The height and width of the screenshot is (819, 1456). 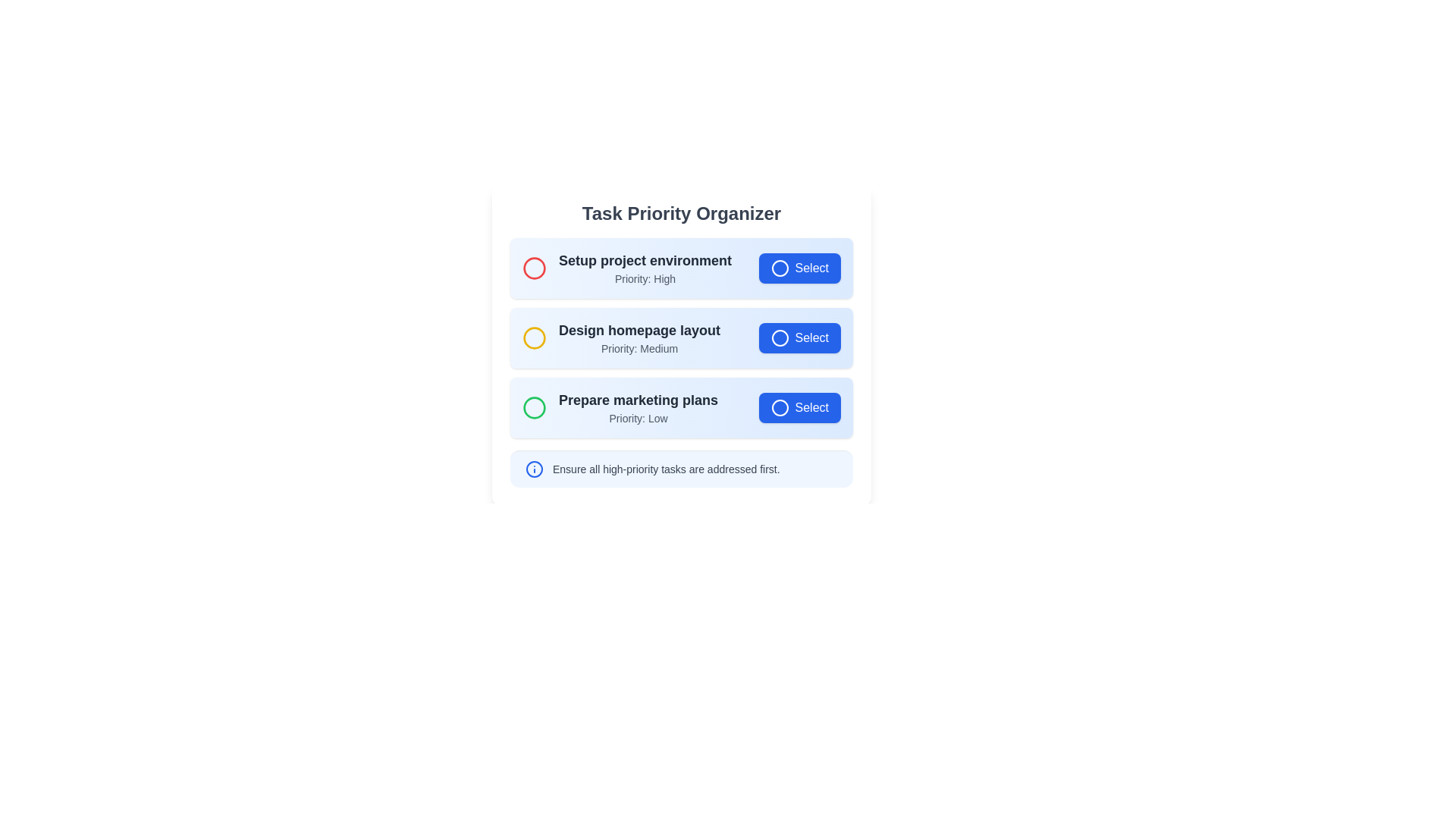 I want to click on text label that states 'Design homepage layout' and 'Priority: Medium', which is the second task in the 'Task Priority Organizer' list, so click(x=639, y=337).